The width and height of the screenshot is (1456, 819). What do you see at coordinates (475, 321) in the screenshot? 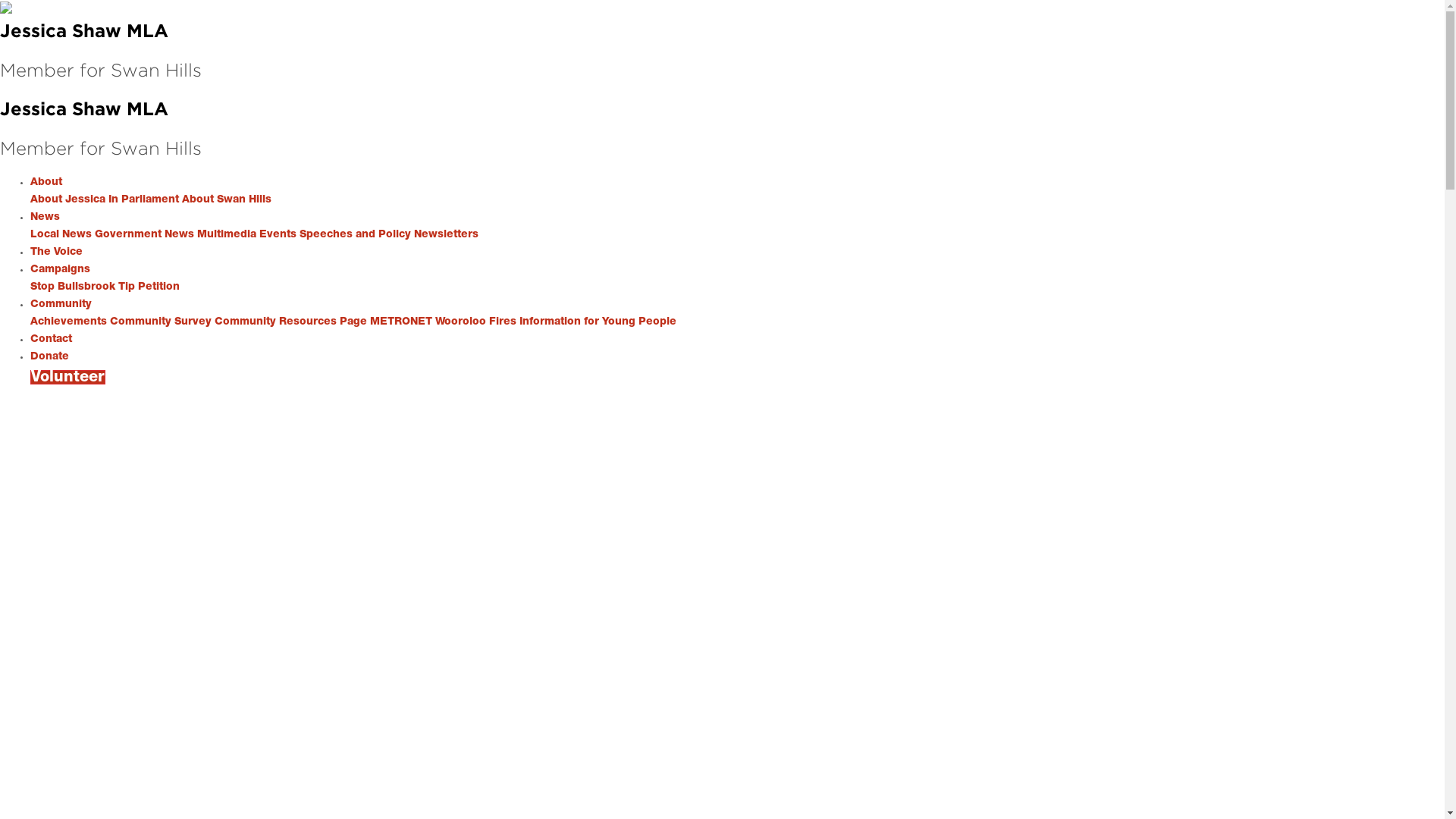
I see `'Wooroloo Fires'` at bounding box center [475, 321].